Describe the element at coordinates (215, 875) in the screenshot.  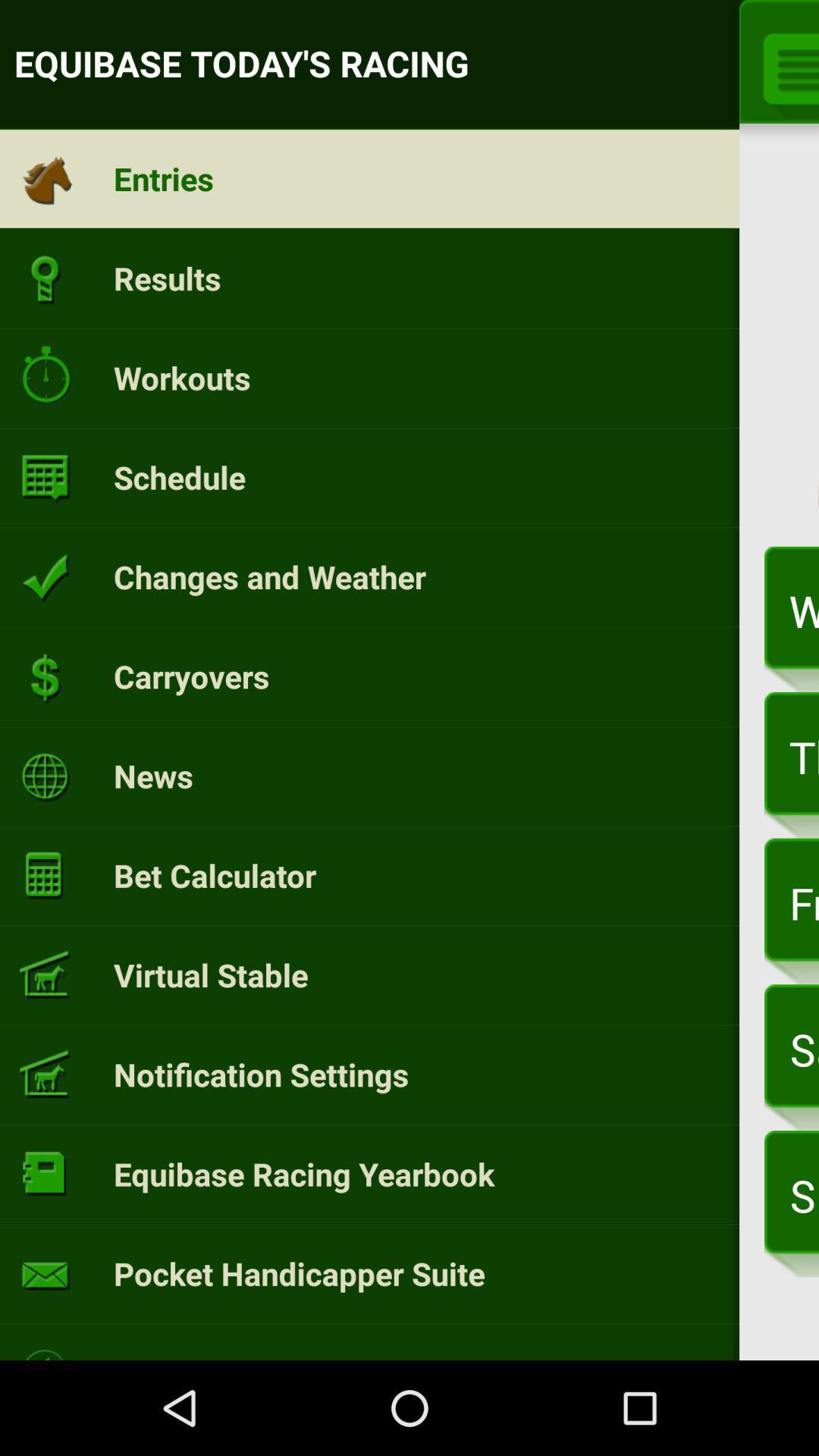
I see `icon next to friday, mar 31` at that location.